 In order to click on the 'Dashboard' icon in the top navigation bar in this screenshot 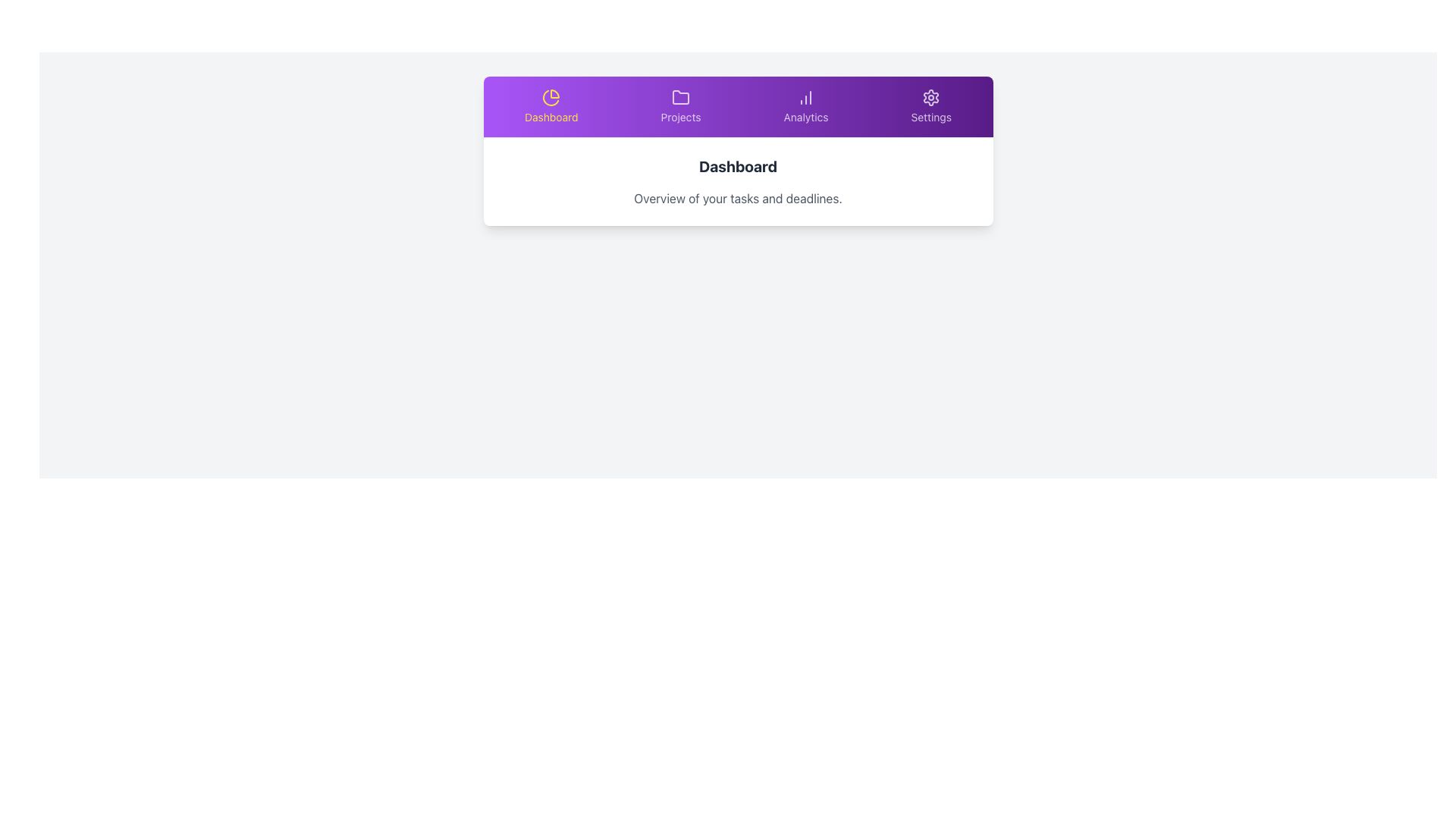, I will do `click(551, 97)`.